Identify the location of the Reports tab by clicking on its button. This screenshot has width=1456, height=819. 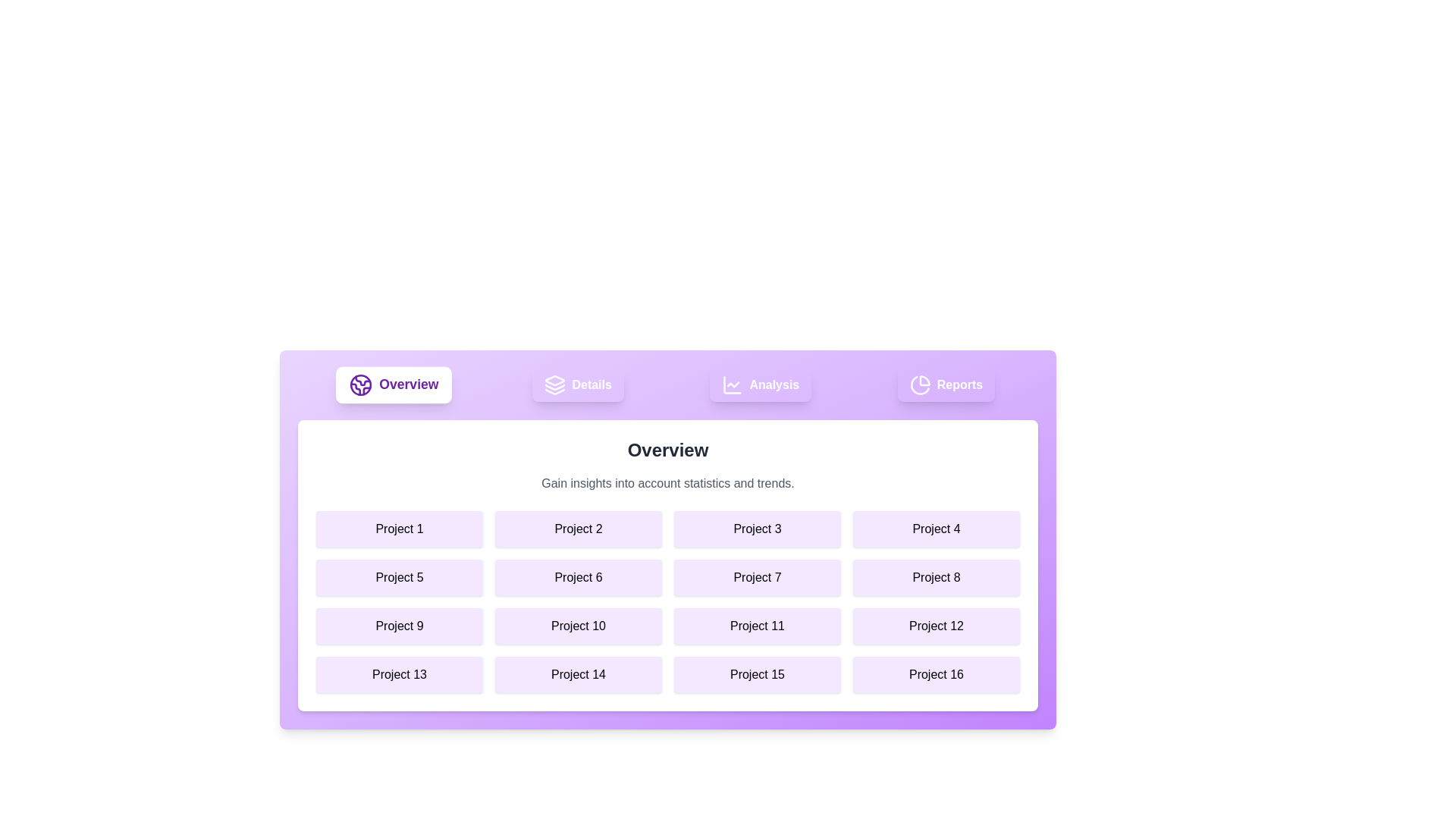
(946, 384).